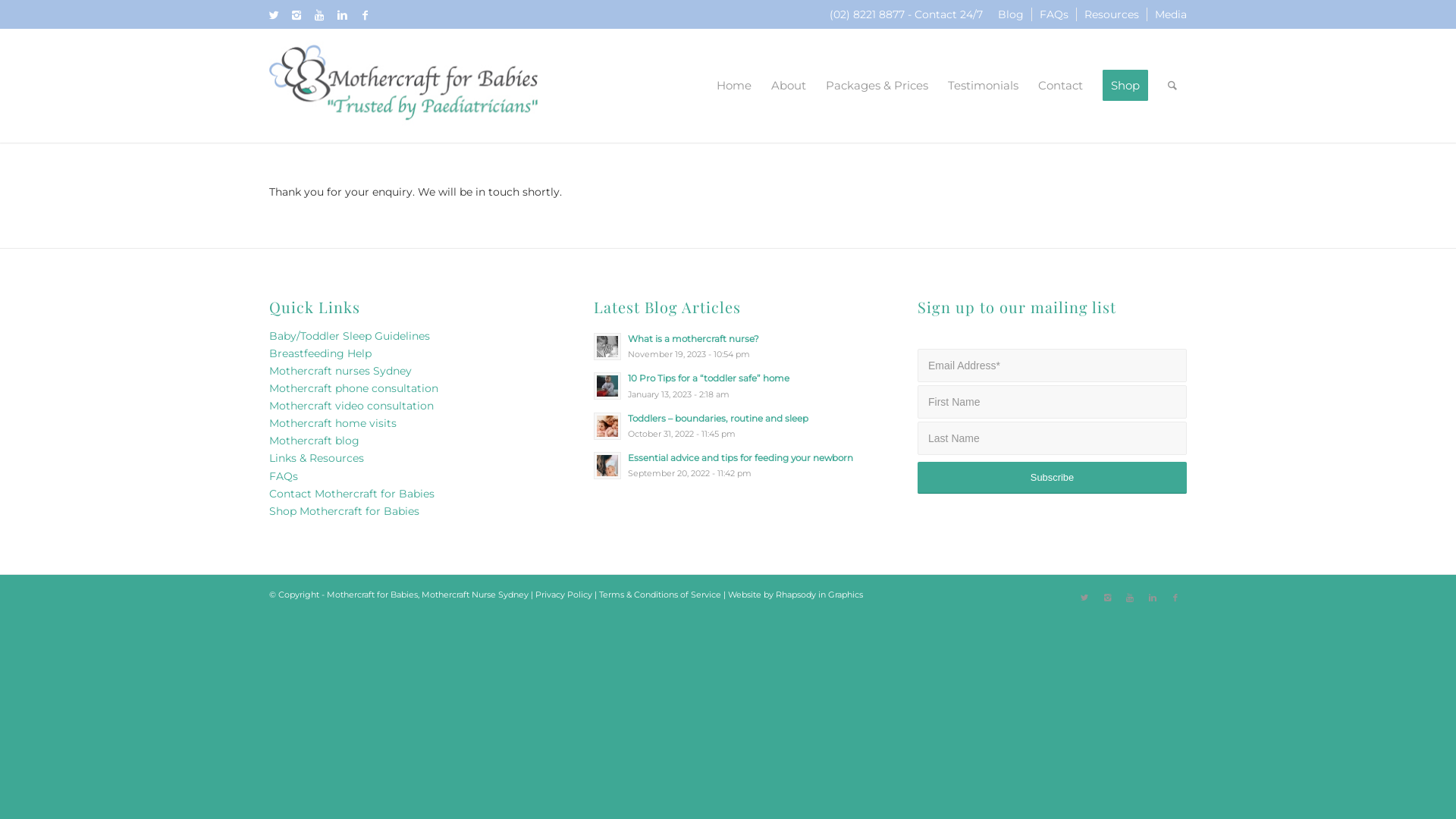  I want to click on 'Contact', so click(1028, 85).